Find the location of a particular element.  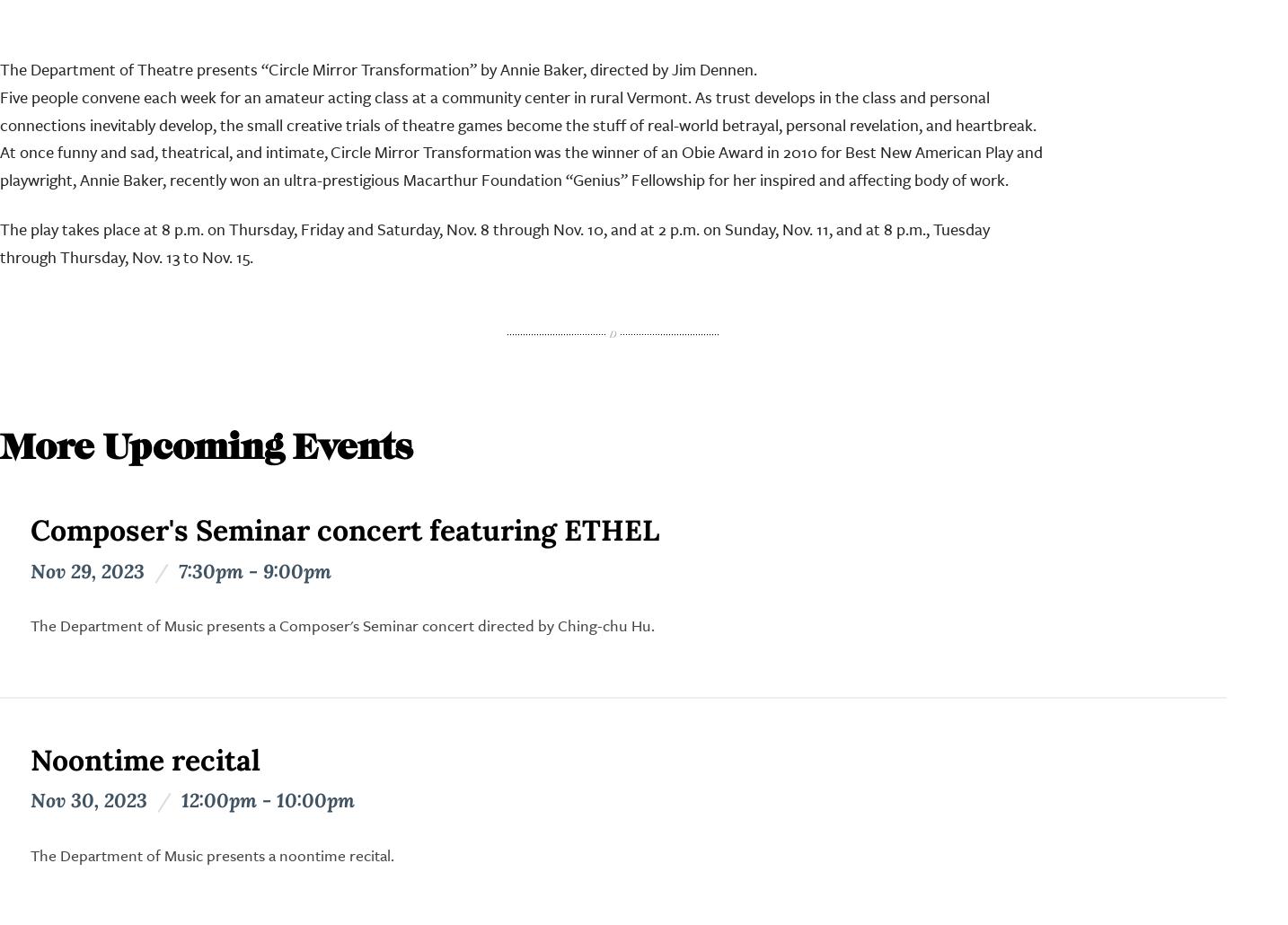

'Schedule A Visit' is located at coordinates (490, 746).